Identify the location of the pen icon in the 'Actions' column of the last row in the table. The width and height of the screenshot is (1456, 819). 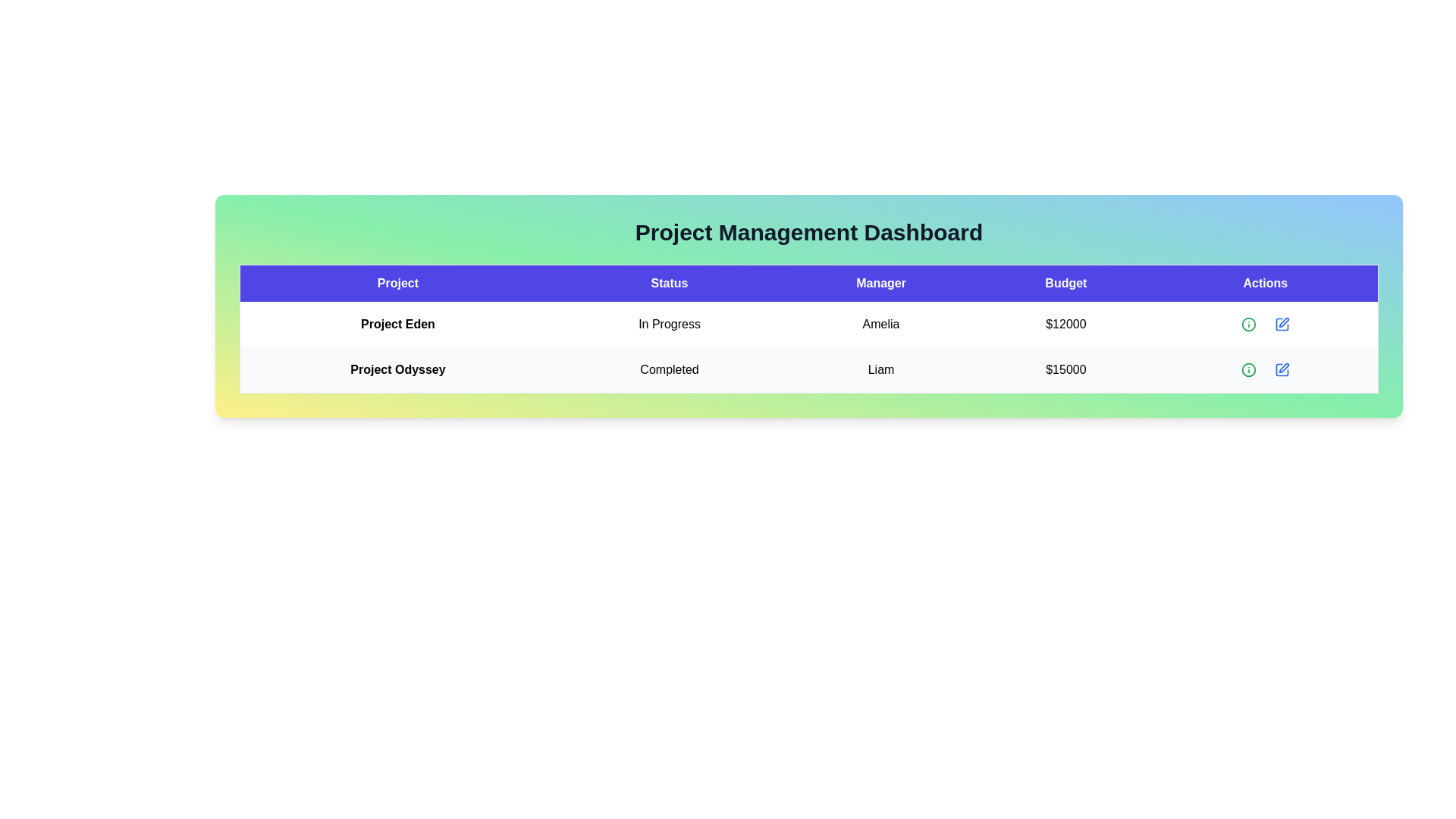
(1281, 370).